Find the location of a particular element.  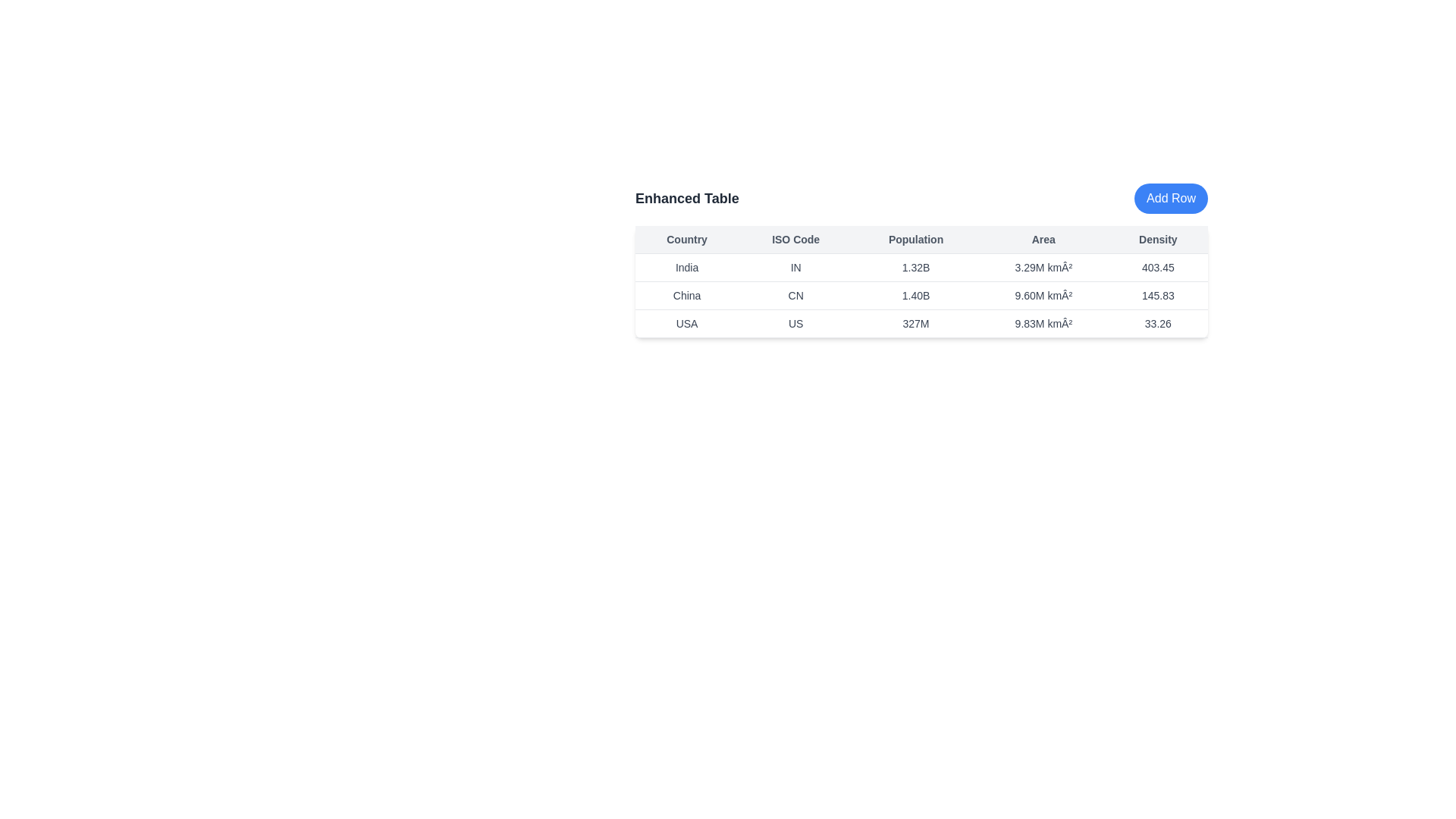

the Table Header Row containing column labels 'Country,' 'ISO Code,' 'Population,' 'Area,' and 'Density' is located at coordinates (921, 239).